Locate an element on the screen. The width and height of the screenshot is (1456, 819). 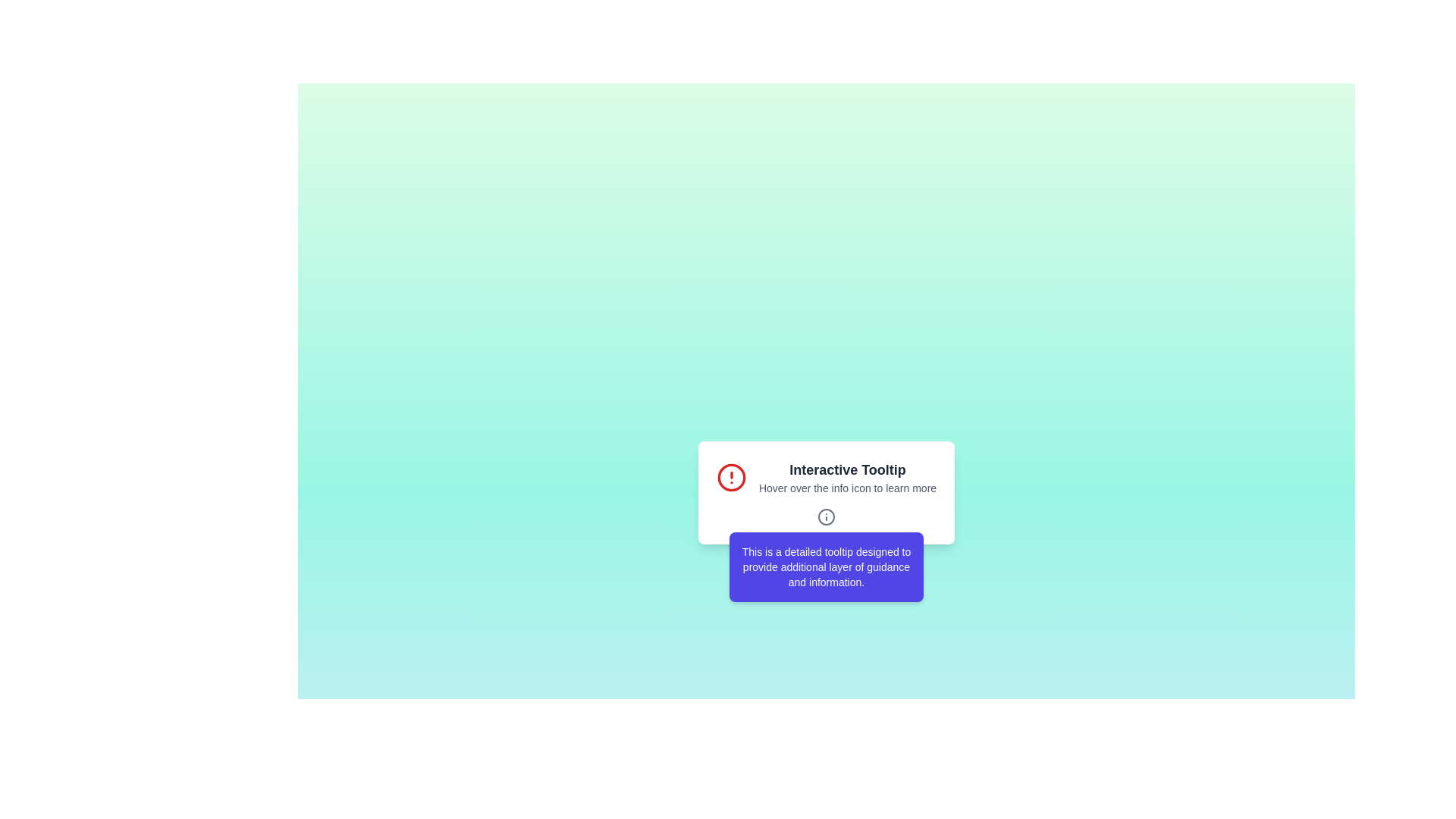
displayed information from the Informational Tooltip, which provides context and clarification for the user is located at coordinates (825, 493).